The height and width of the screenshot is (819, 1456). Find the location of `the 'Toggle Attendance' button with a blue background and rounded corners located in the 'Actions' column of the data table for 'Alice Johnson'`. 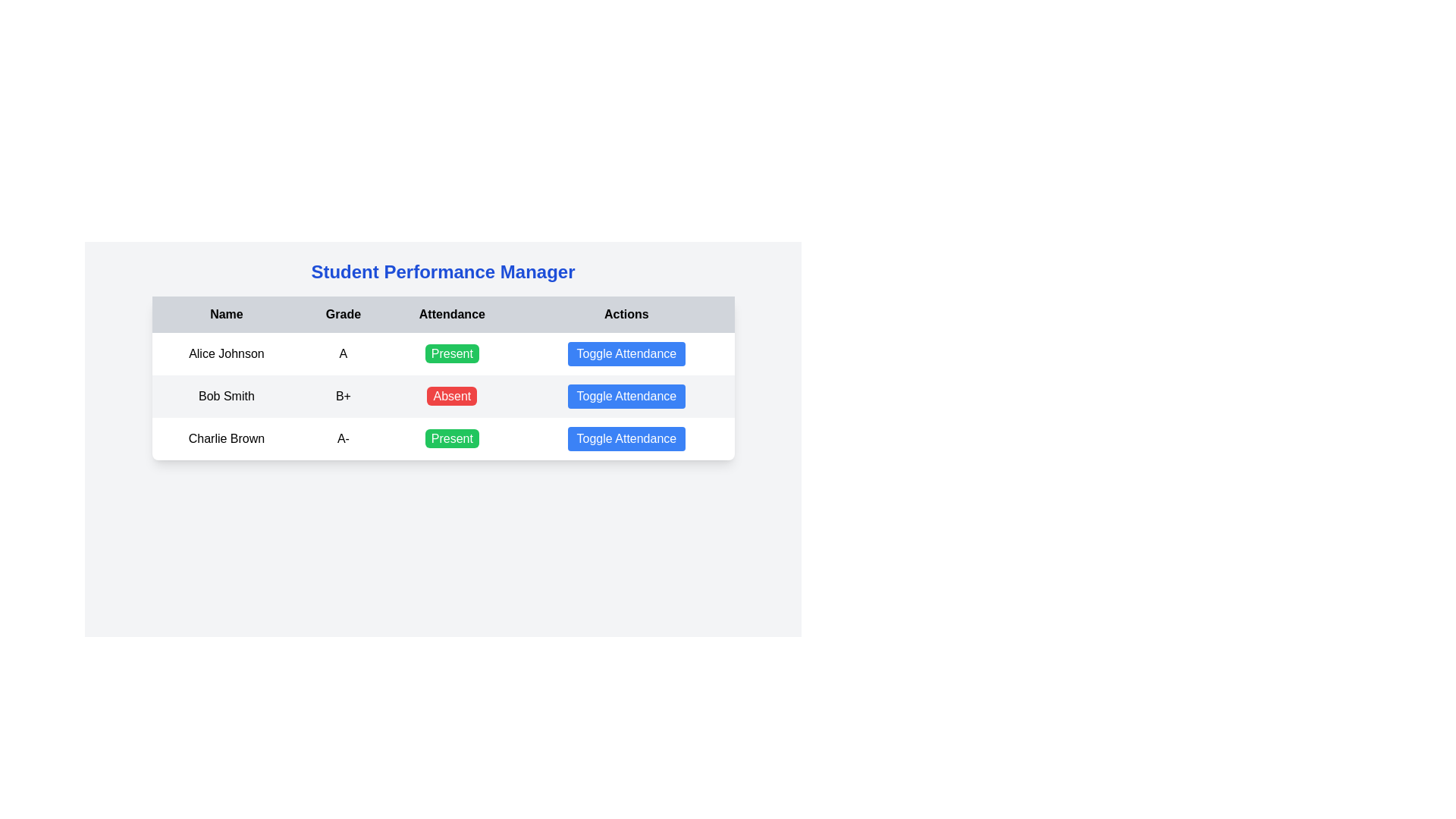

the 'Toggle Attendance' button with a blue background and rounded corners located in the 'Actions' column of the data table for 'Alice Johnson' is located at coordinates (626, 353).